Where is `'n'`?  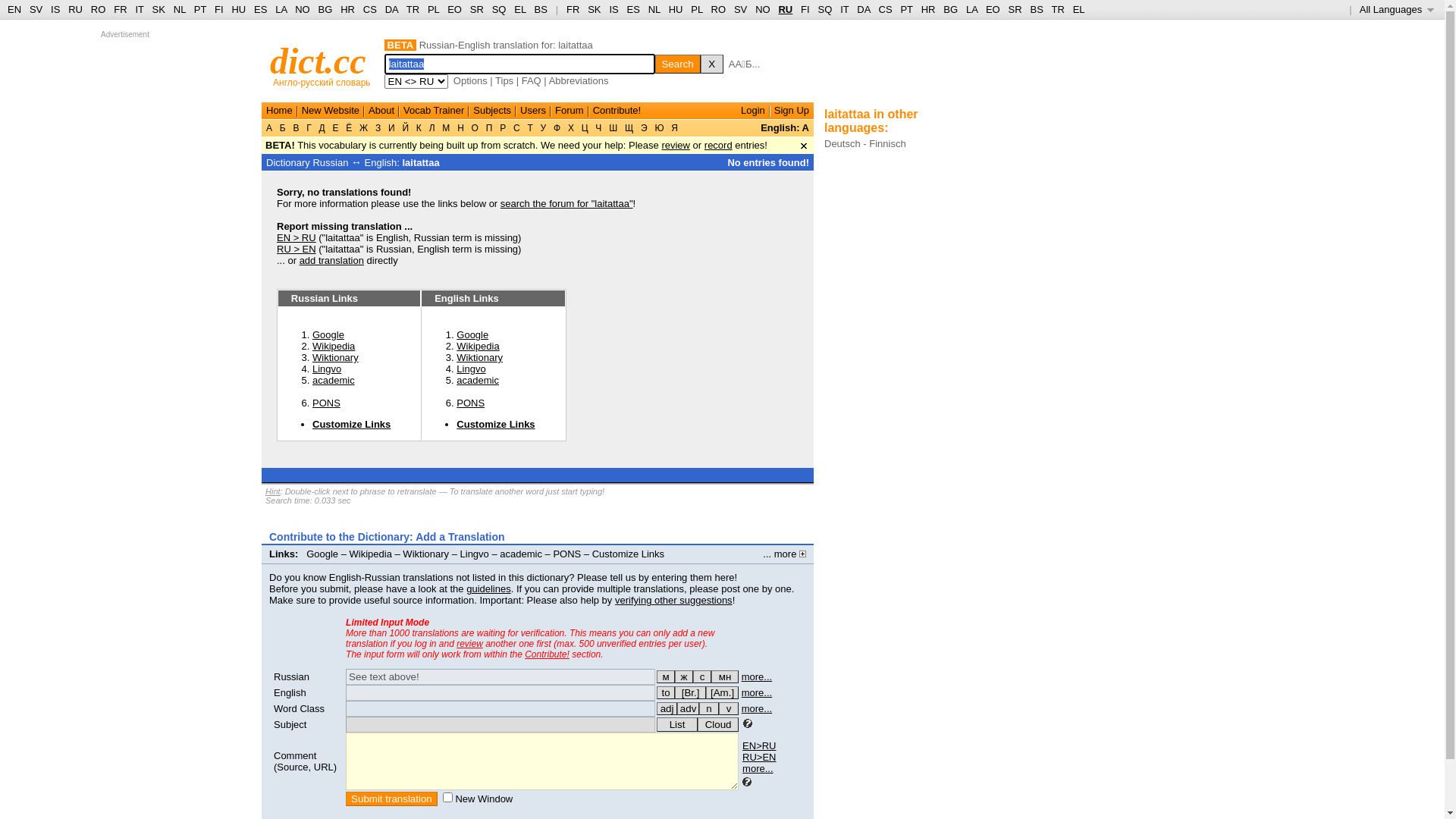
'n' is located at coordinates (708, 708).